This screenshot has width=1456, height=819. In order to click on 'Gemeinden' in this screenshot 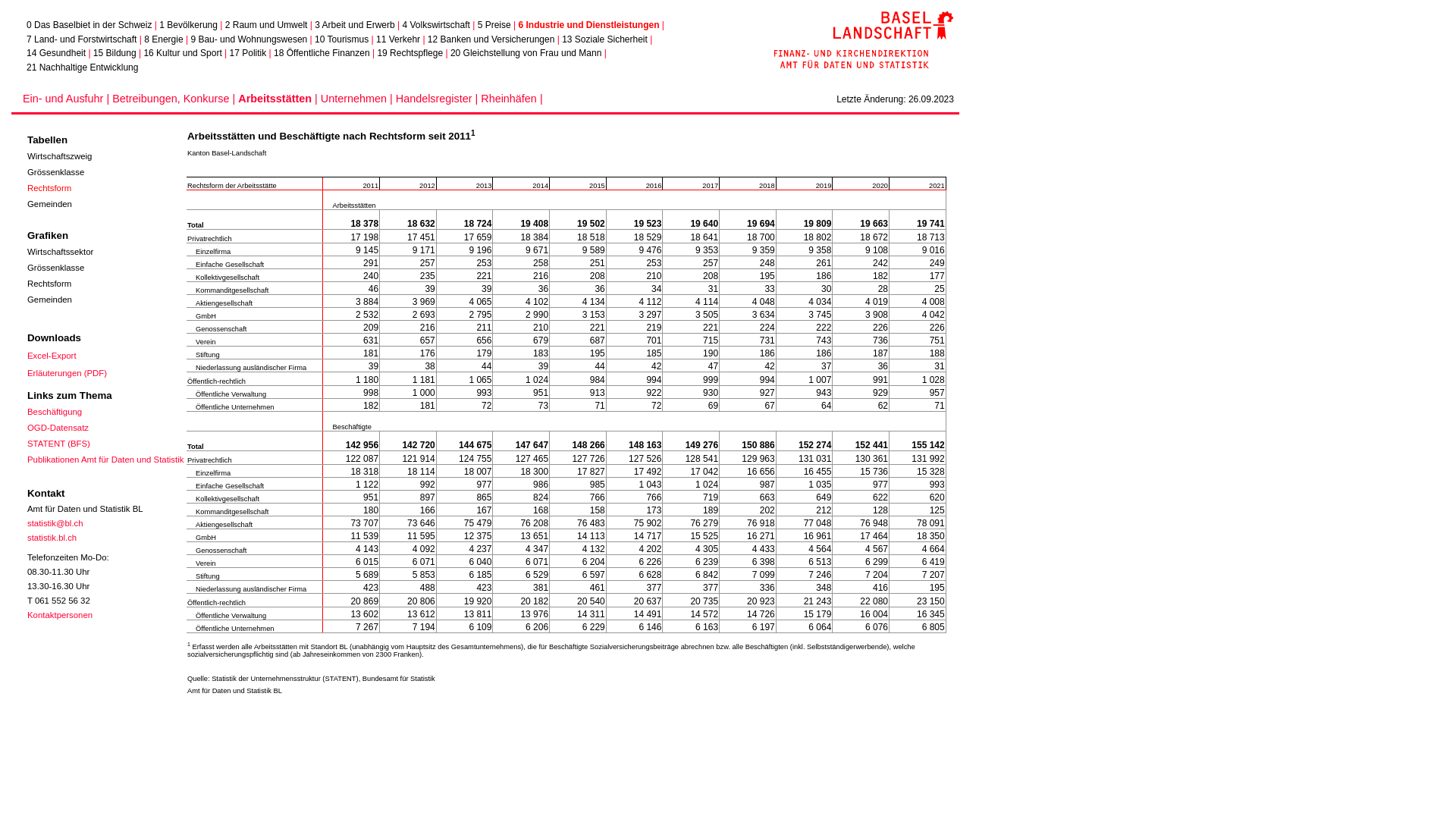, I will do `click(49, 298)`.